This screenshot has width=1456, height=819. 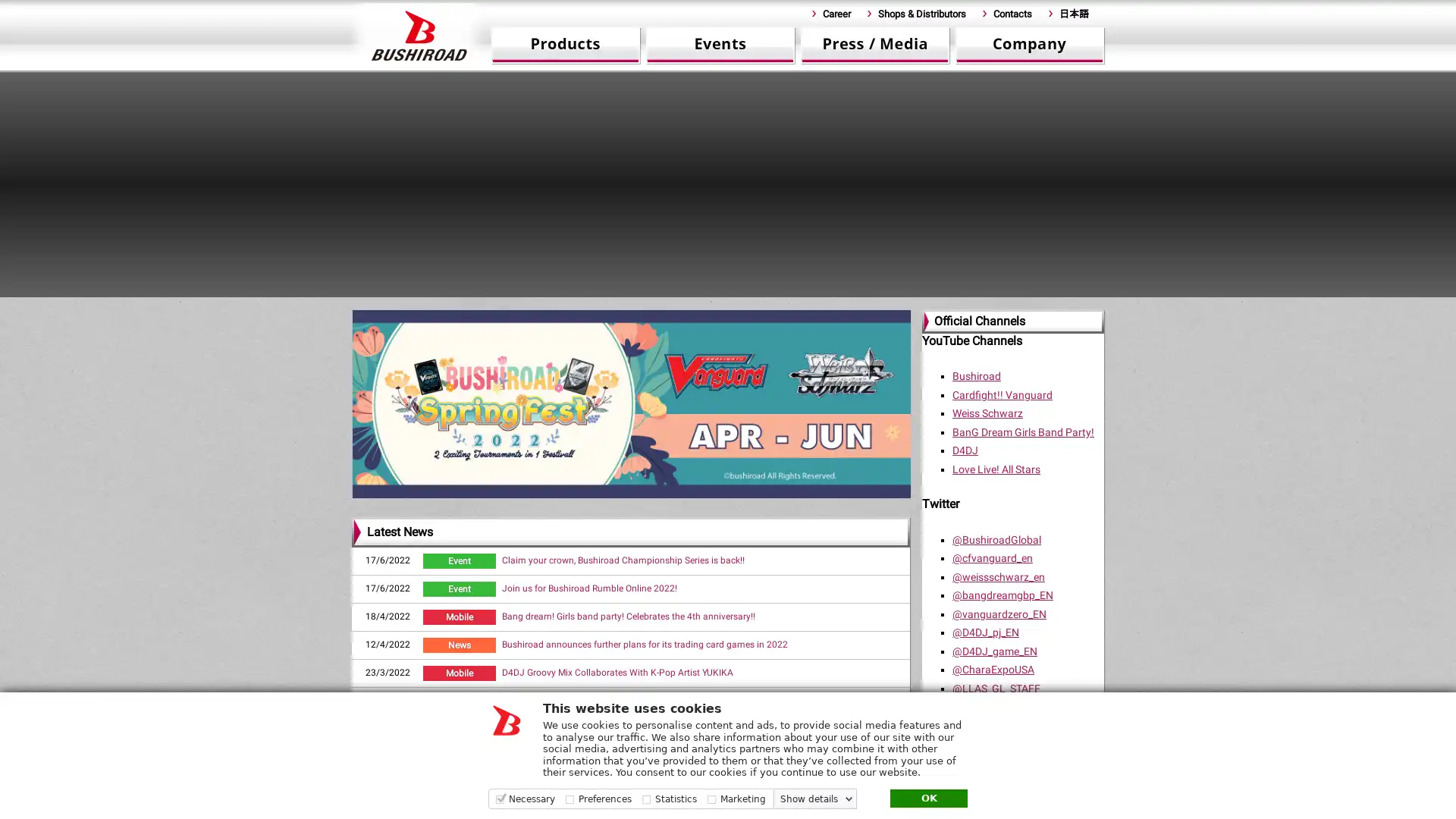 I want to click on 12, so click(x=807, y=291).